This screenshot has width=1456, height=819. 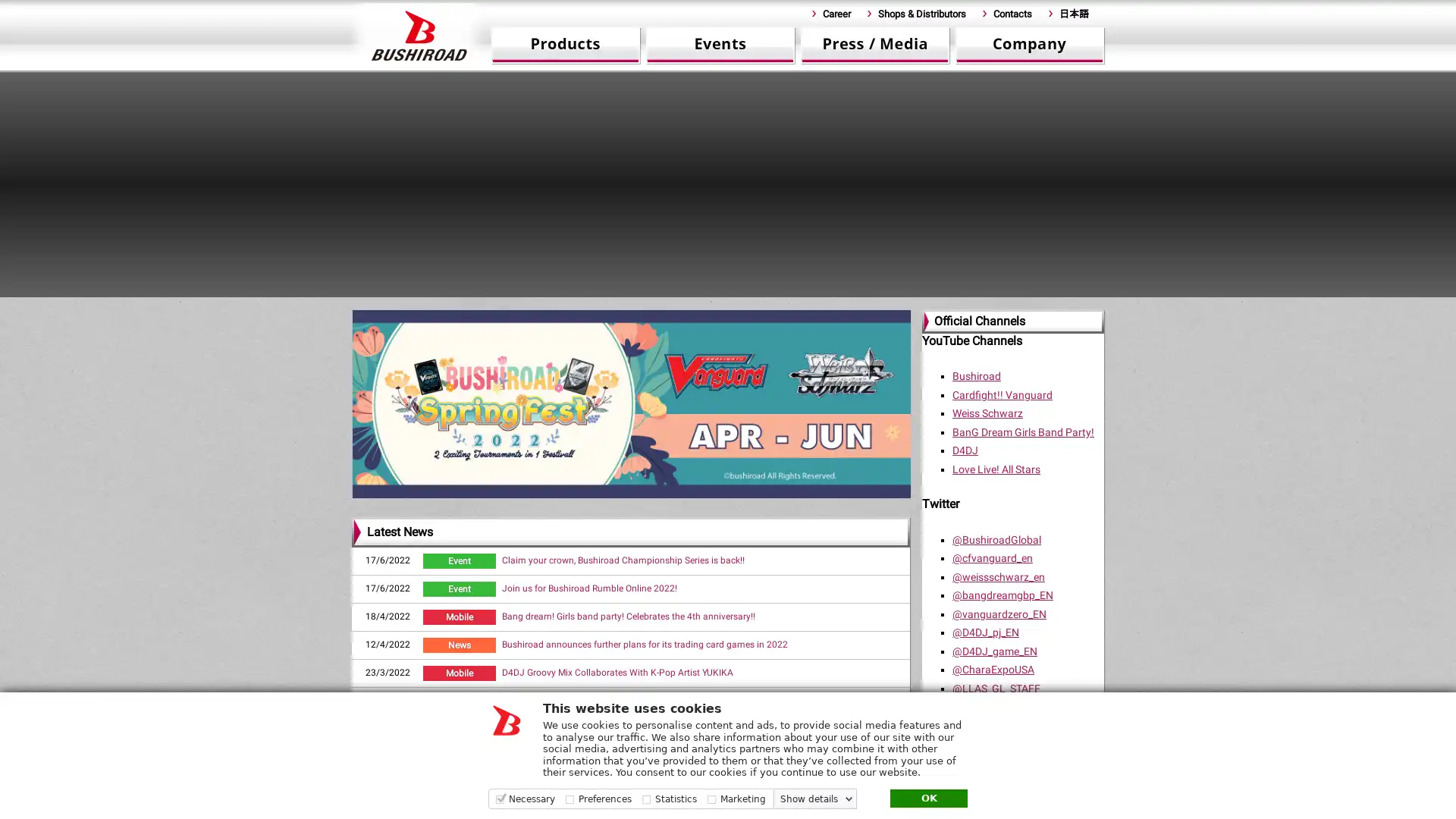 I want to click on 12, so click(x=807, y=291).